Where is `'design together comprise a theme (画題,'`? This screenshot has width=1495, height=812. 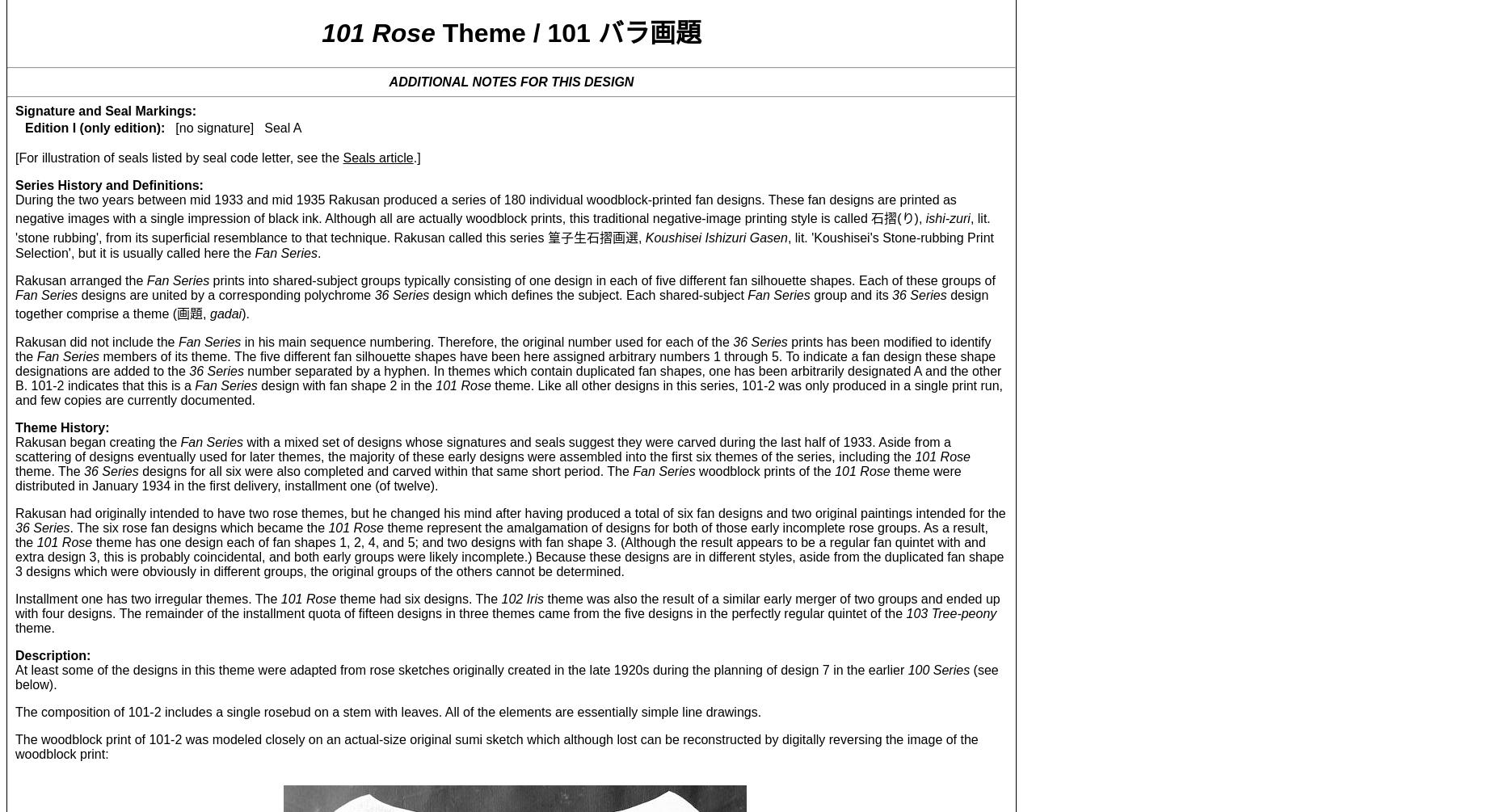 'design together comprise a theme (画題,' is located at coordinates (502, 303).